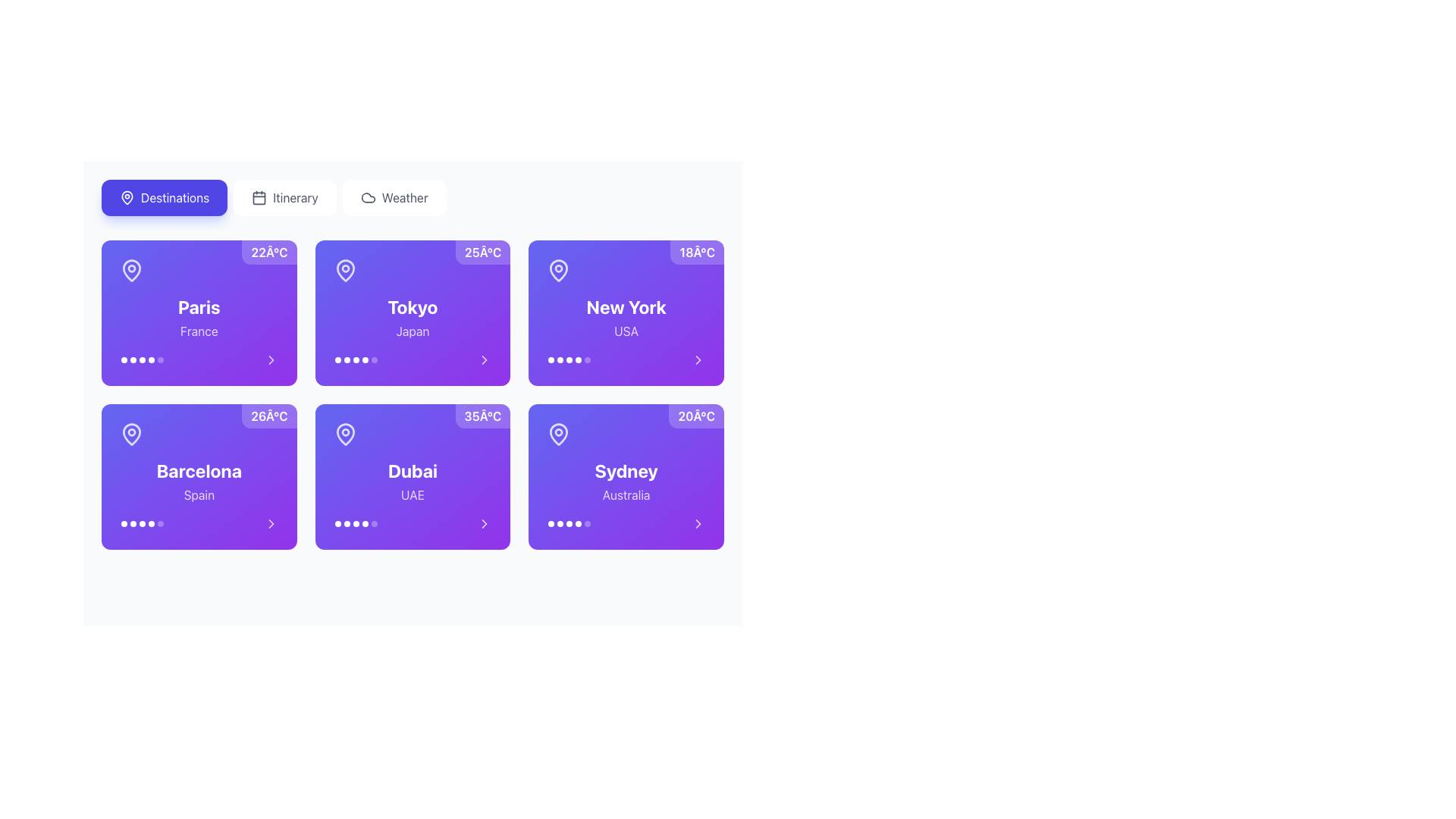 The image size is (1456, 819). What do you see at coordinates (344, 435) in the screenshot?
I see `the visual state of the icon located at the top-left corner of the card labeled 'Dubai, UAE', positioned above the text` at bounding box center [344, 435].